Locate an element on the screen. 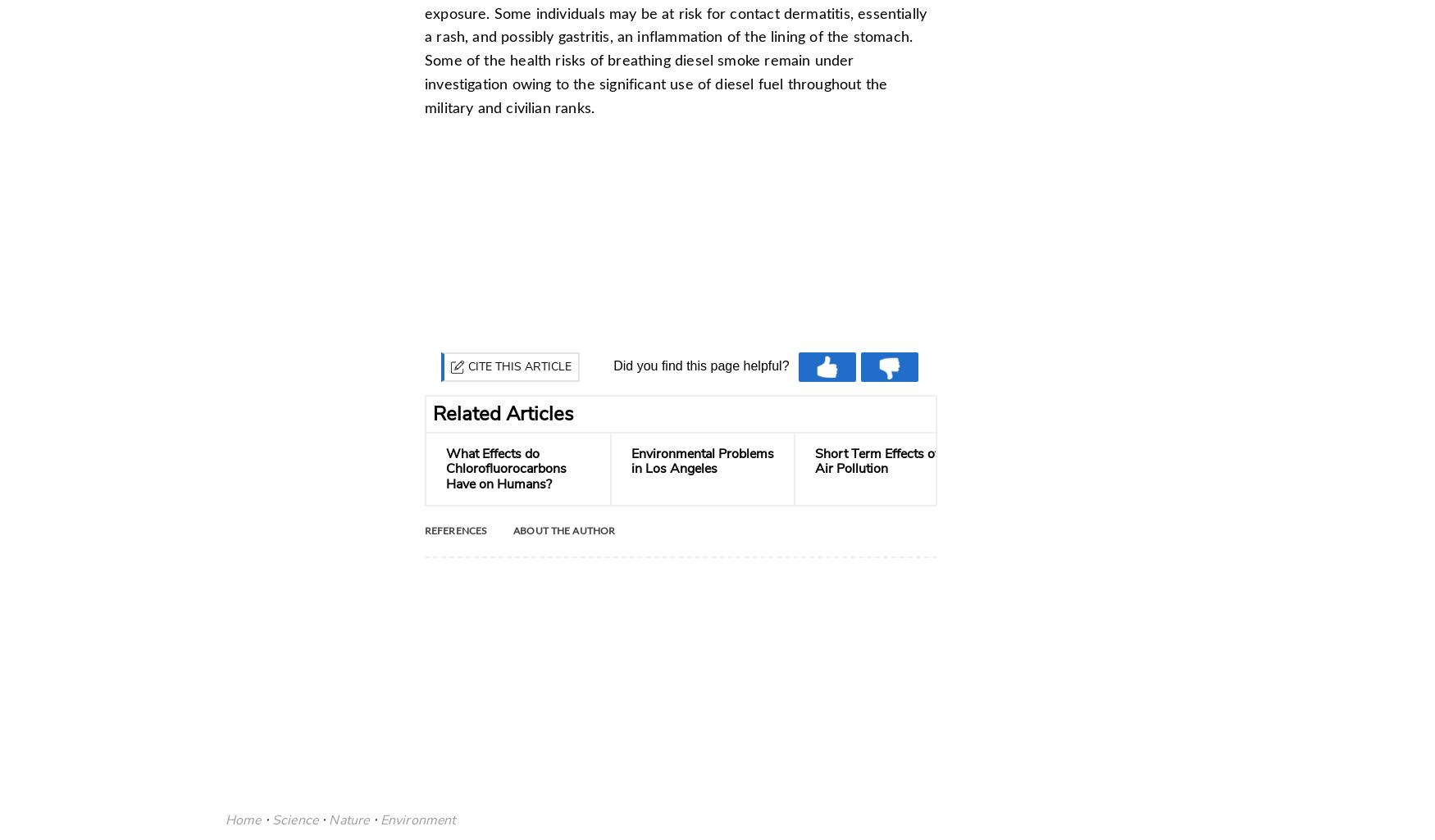 Image resolution: width=1435 pixels, height=840 pixels. 'Cite this Article' is located at coordinates (519, 365).